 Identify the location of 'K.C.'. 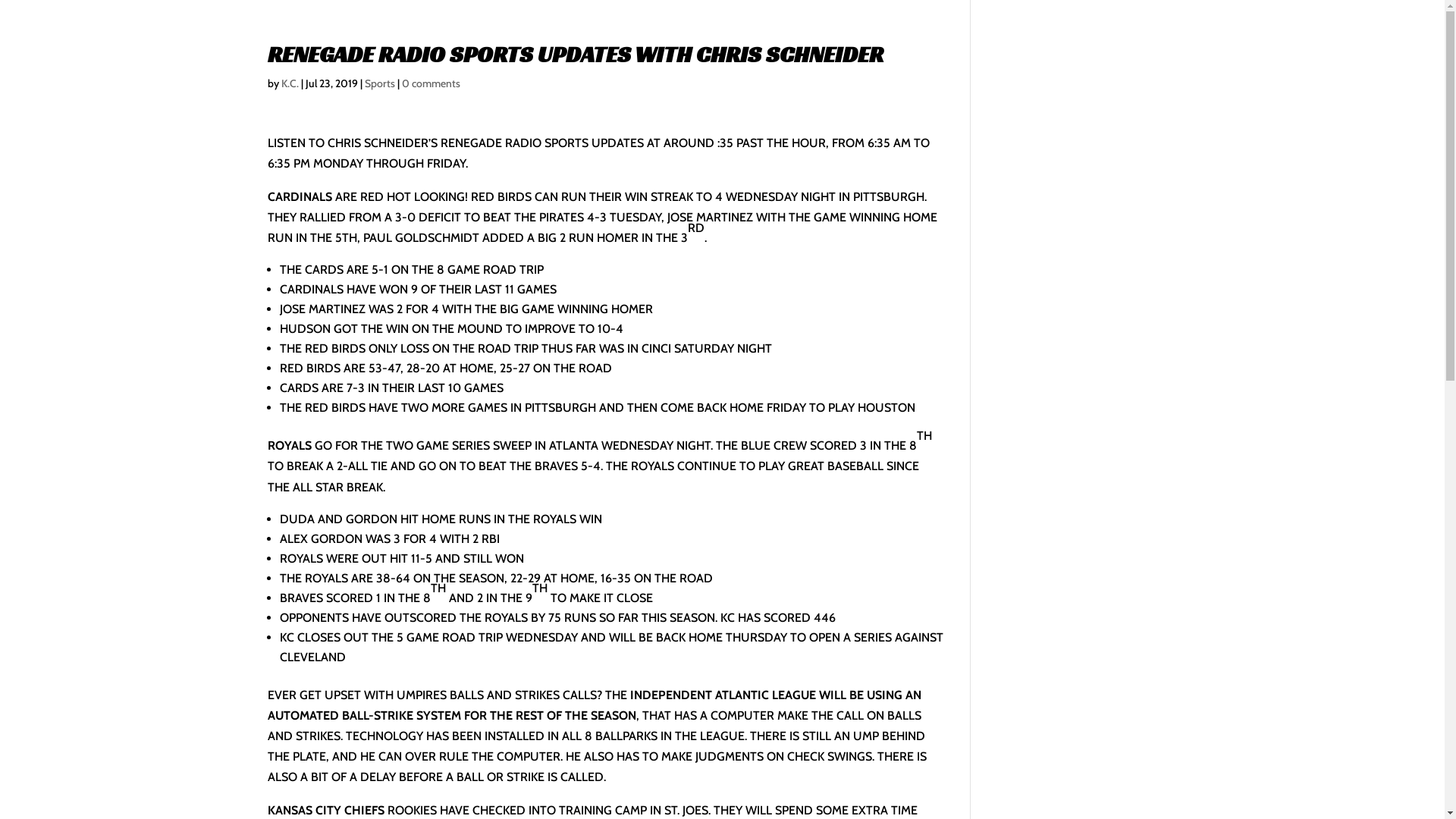
(289, 83).